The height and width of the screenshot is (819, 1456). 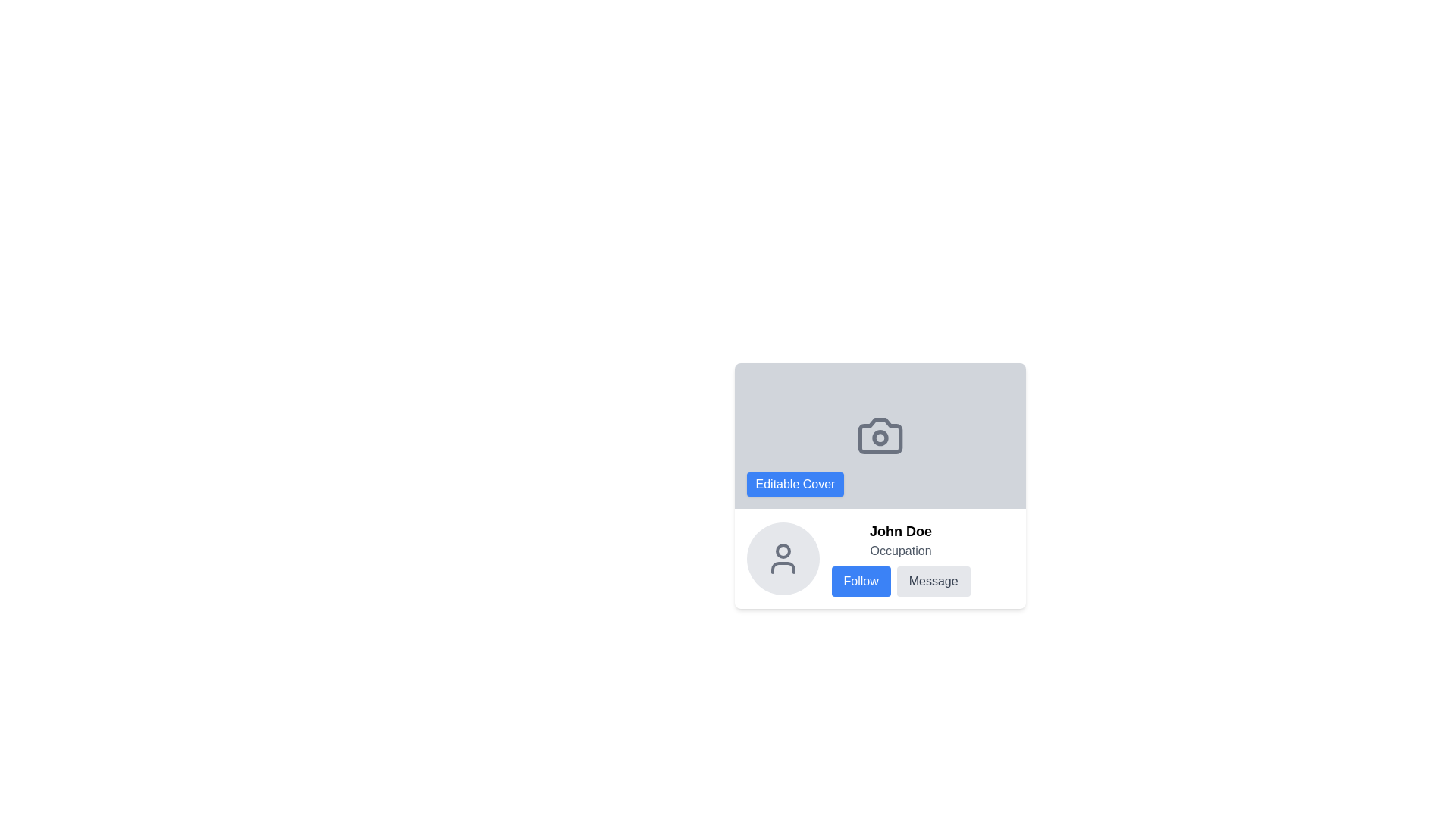 What do you see at coordinates (861, 581) in the screenshot?
I see `the 'Follow' button with a blue background and white text, which is the first button in a horizontal group located below the profile details` at bounding box center [861, 581].